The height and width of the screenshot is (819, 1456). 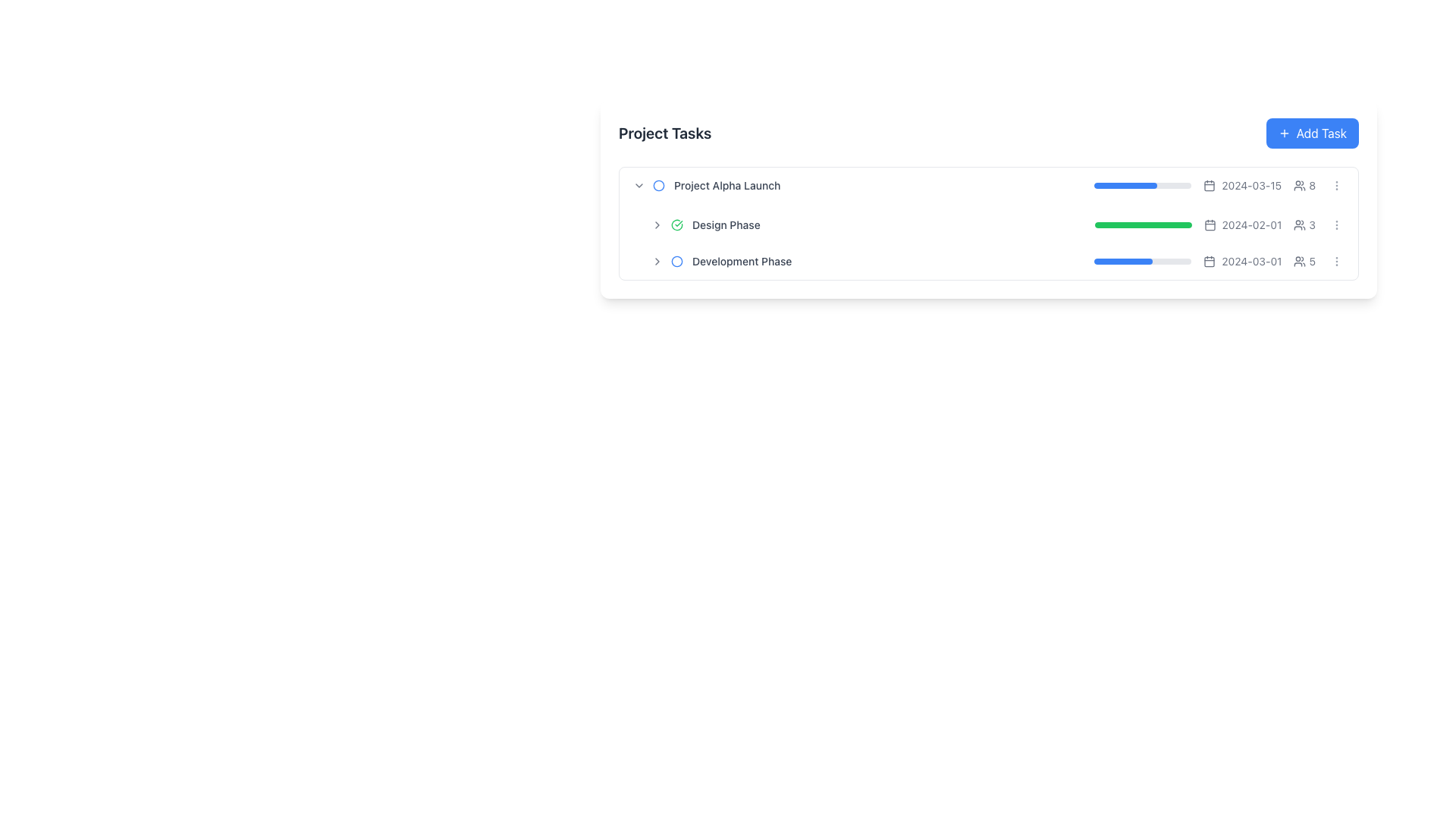 What do you see at coordinates (657, 260) in the screenshot?
I see `the small right-pointing chevron icon adjacent to the 'Development Phase' label in the 'Project Tasks' list` at bounding box center [657, 260].